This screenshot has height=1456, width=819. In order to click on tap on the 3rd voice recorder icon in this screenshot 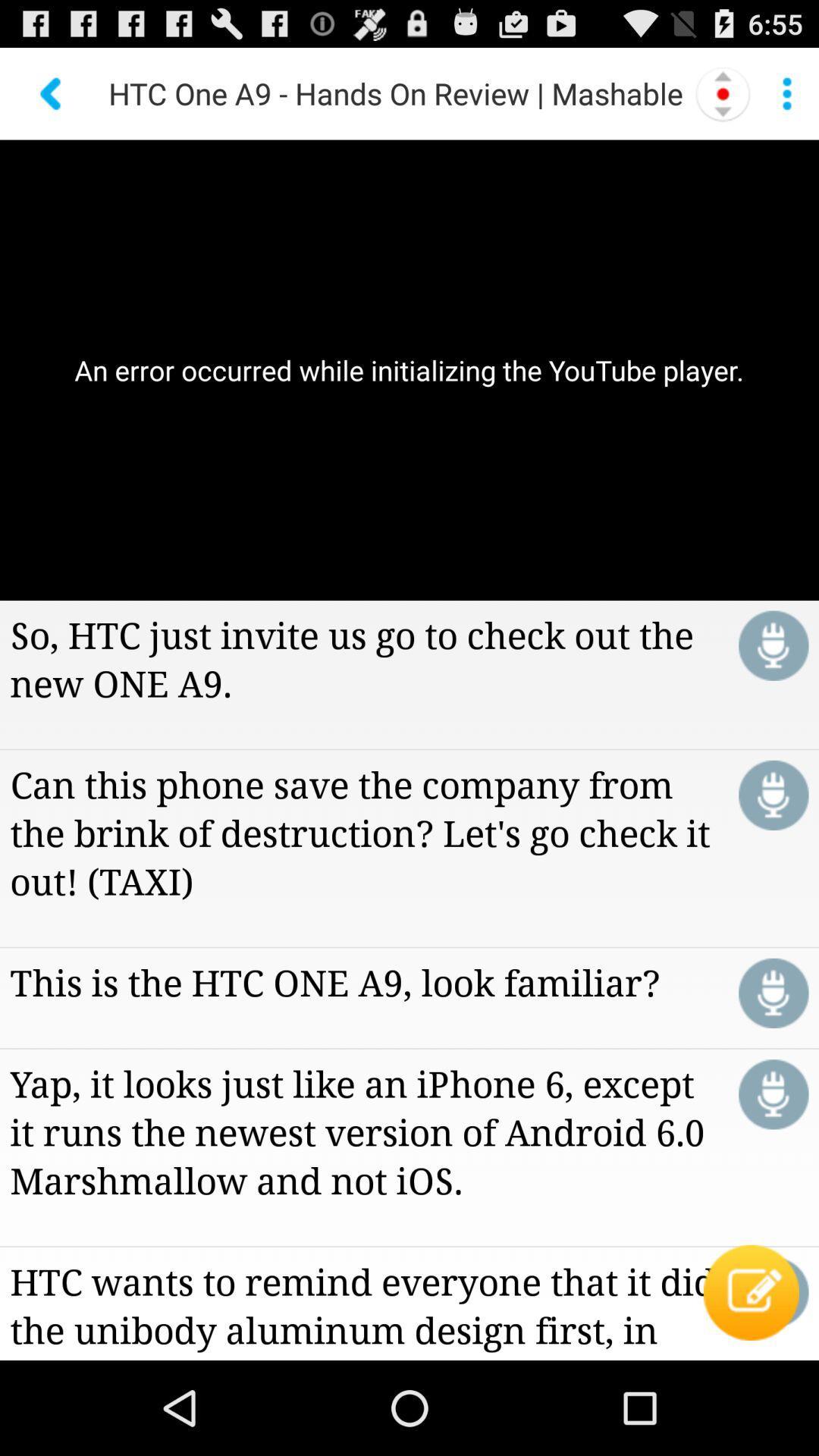, I will do `click(773, 993)`.